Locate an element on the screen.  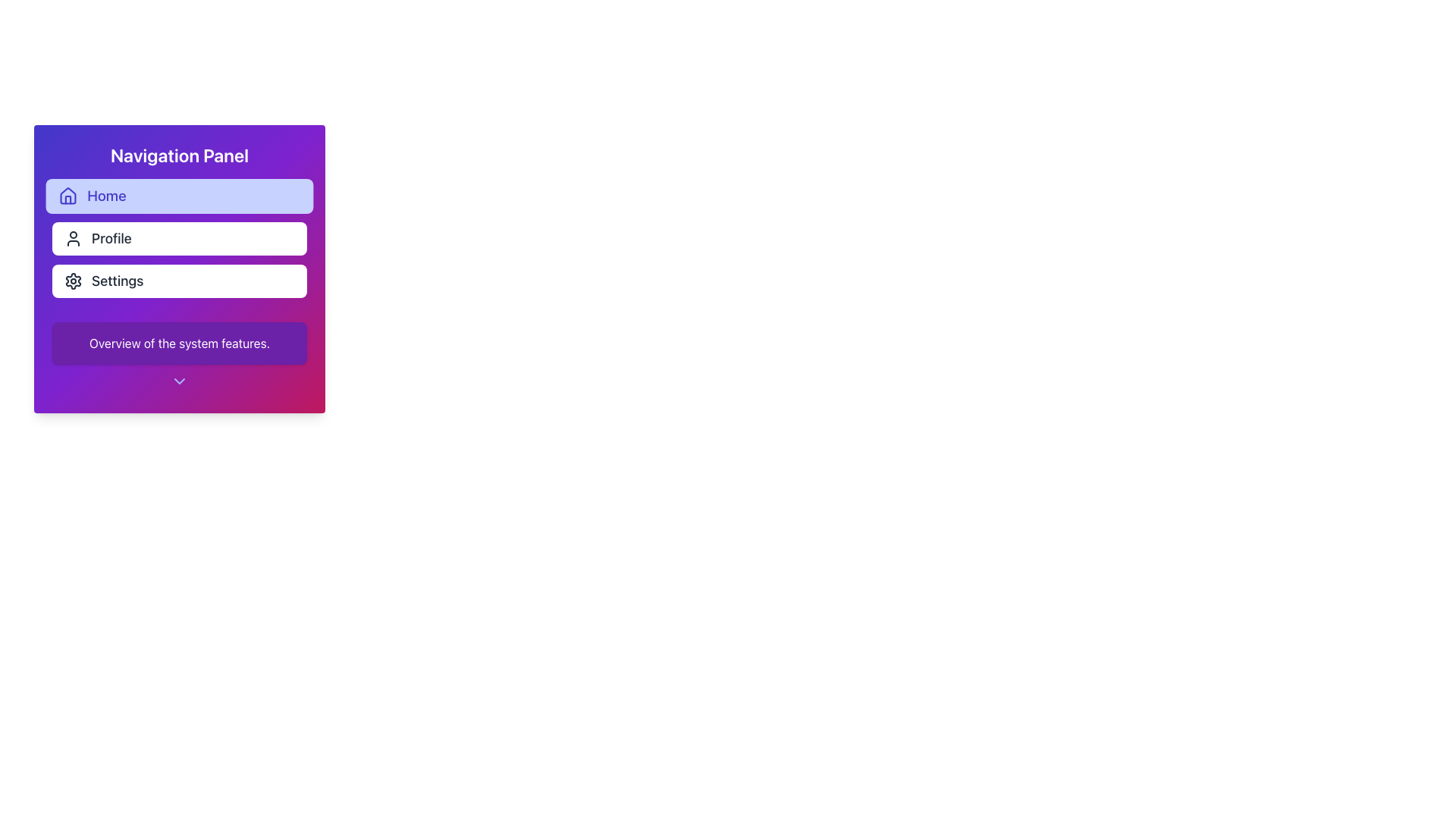
the downward-pointing chevron icon styled with a purple color scheme located directly below the 'Overview of the system features' button is located at coordinates (179, 382).